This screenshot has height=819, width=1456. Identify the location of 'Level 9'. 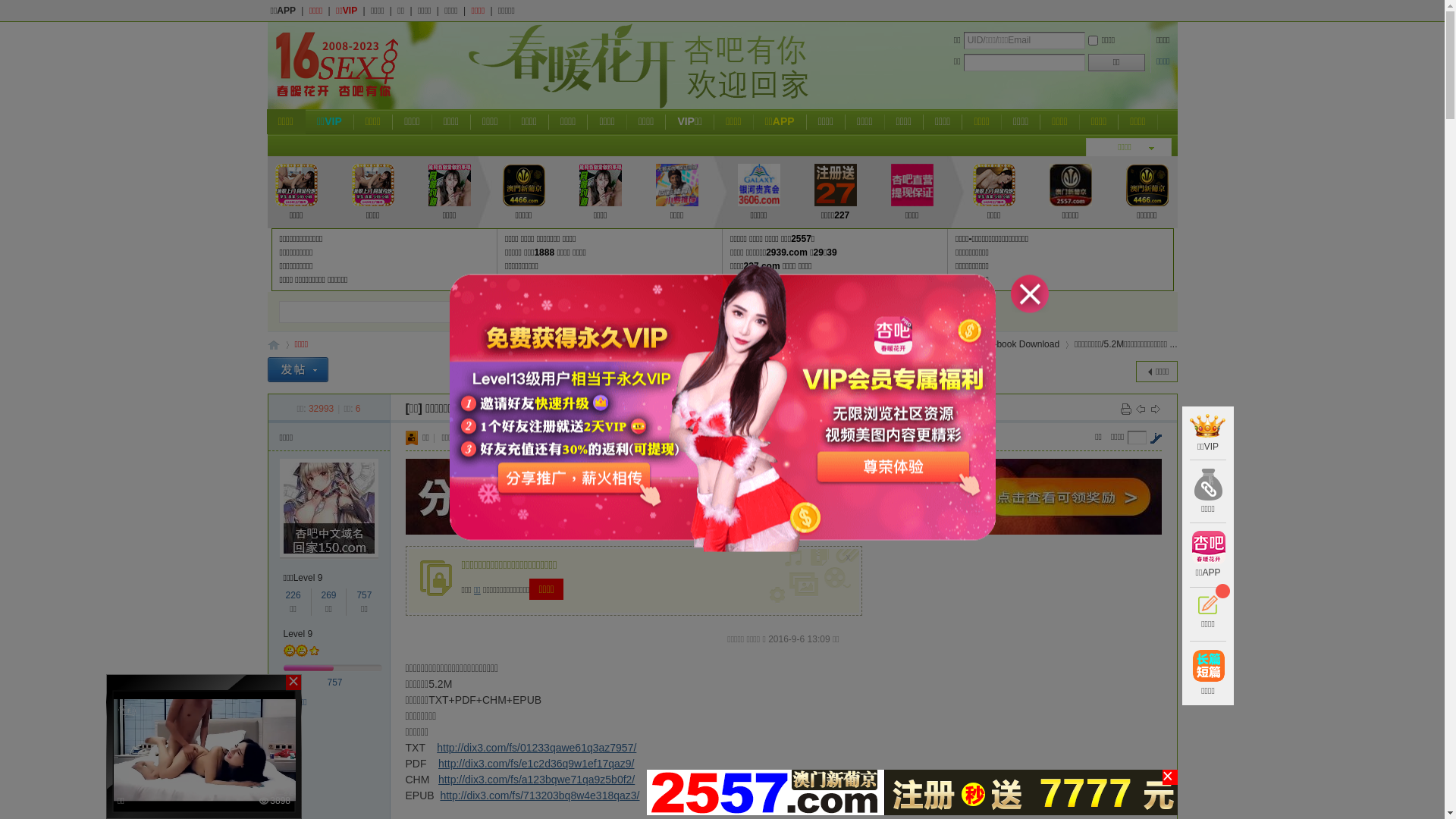
(298, 634).